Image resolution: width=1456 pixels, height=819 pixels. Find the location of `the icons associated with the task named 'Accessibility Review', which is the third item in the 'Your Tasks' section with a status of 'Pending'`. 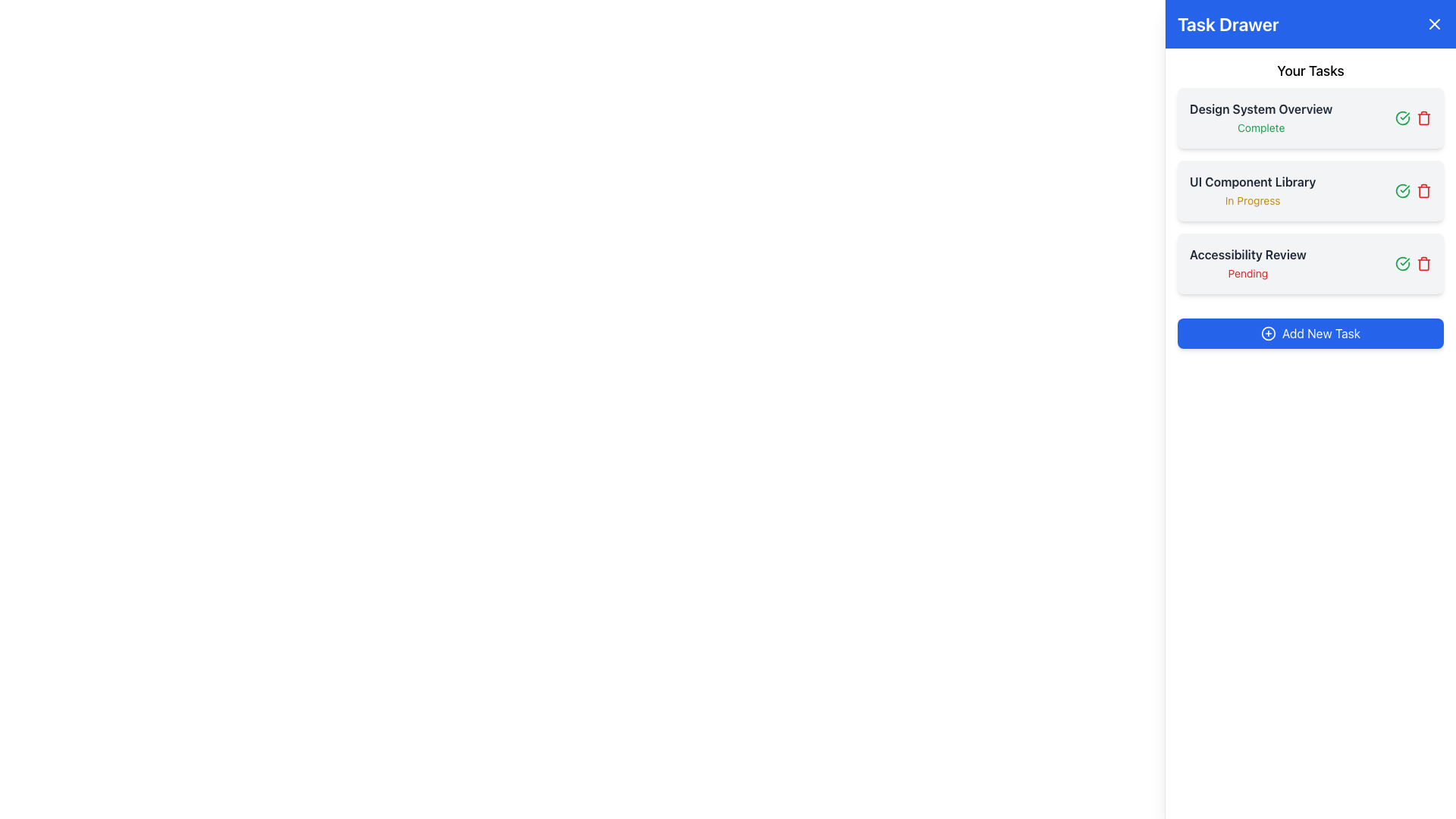

the icons associated with the task named 'Accessibility Review', which is the third item in the 'Your Tasks' section with a status of 'Pending' is located at coordinates (1310, 262).